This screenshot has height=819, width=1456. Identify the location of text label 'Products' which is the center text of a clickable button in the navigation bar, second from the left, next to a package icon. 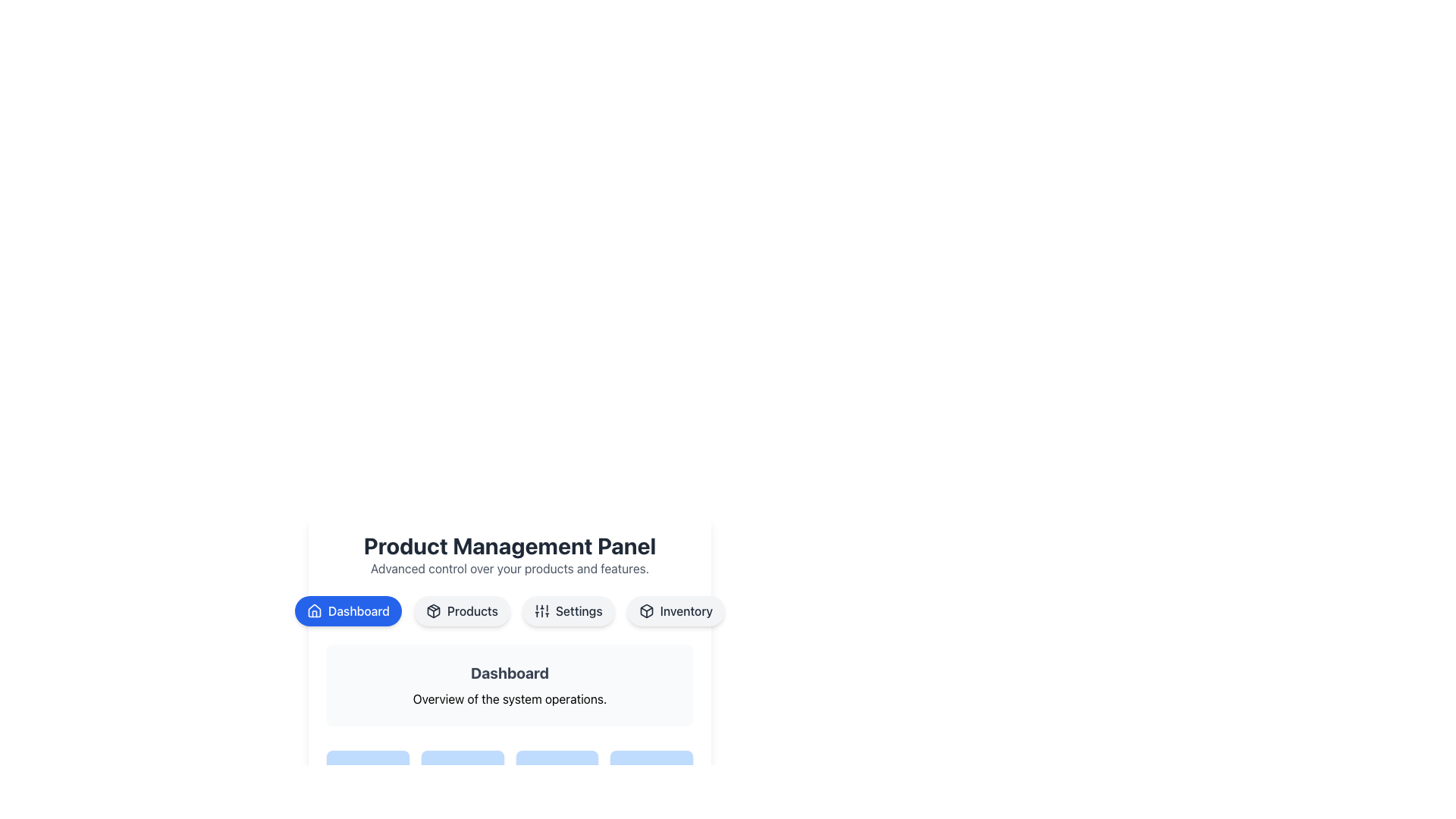
(472, 610).